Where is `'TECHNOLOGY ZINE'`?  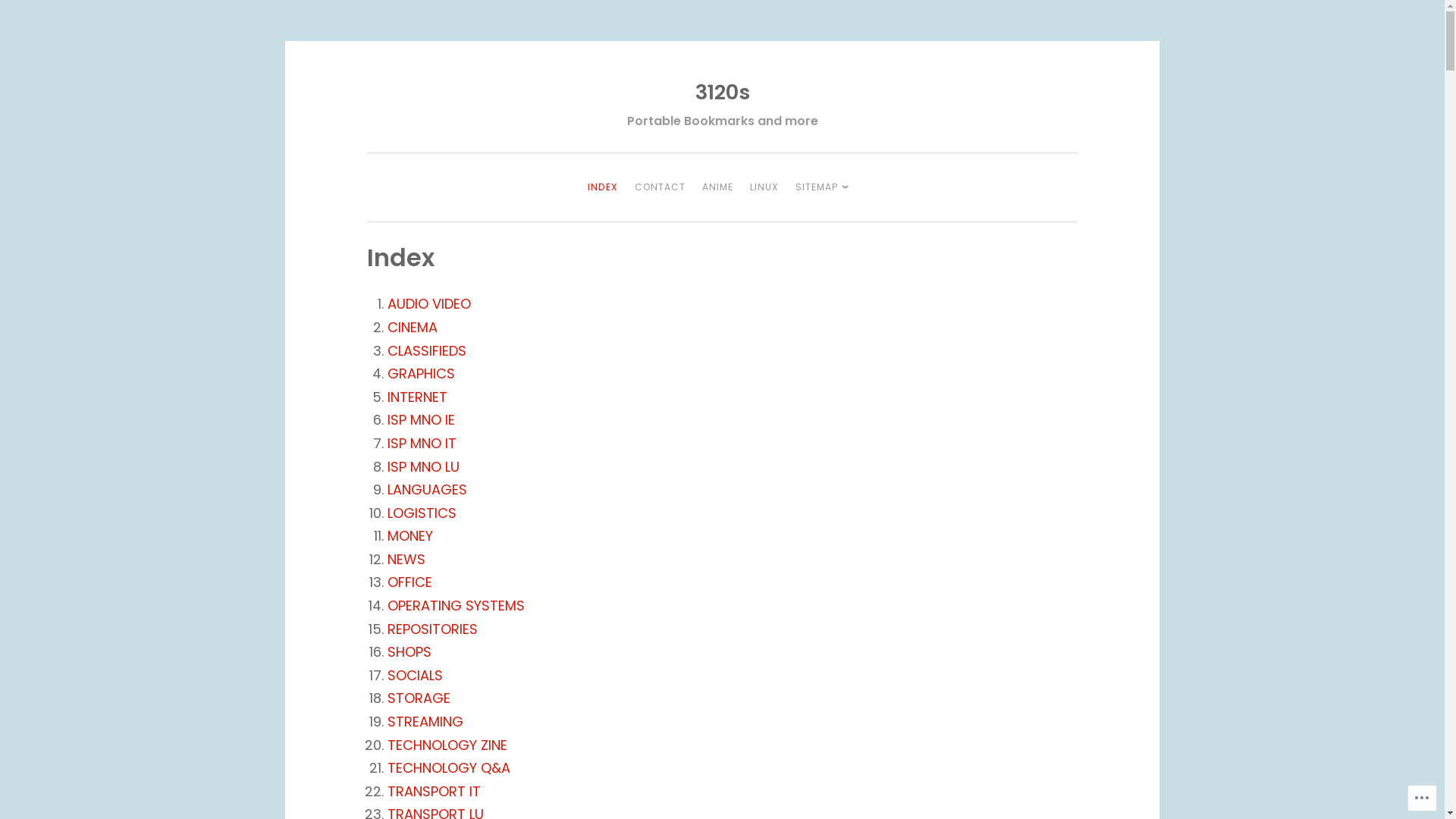
'TECHNOLOGY ZINE' is located at coordinates (447, 744).